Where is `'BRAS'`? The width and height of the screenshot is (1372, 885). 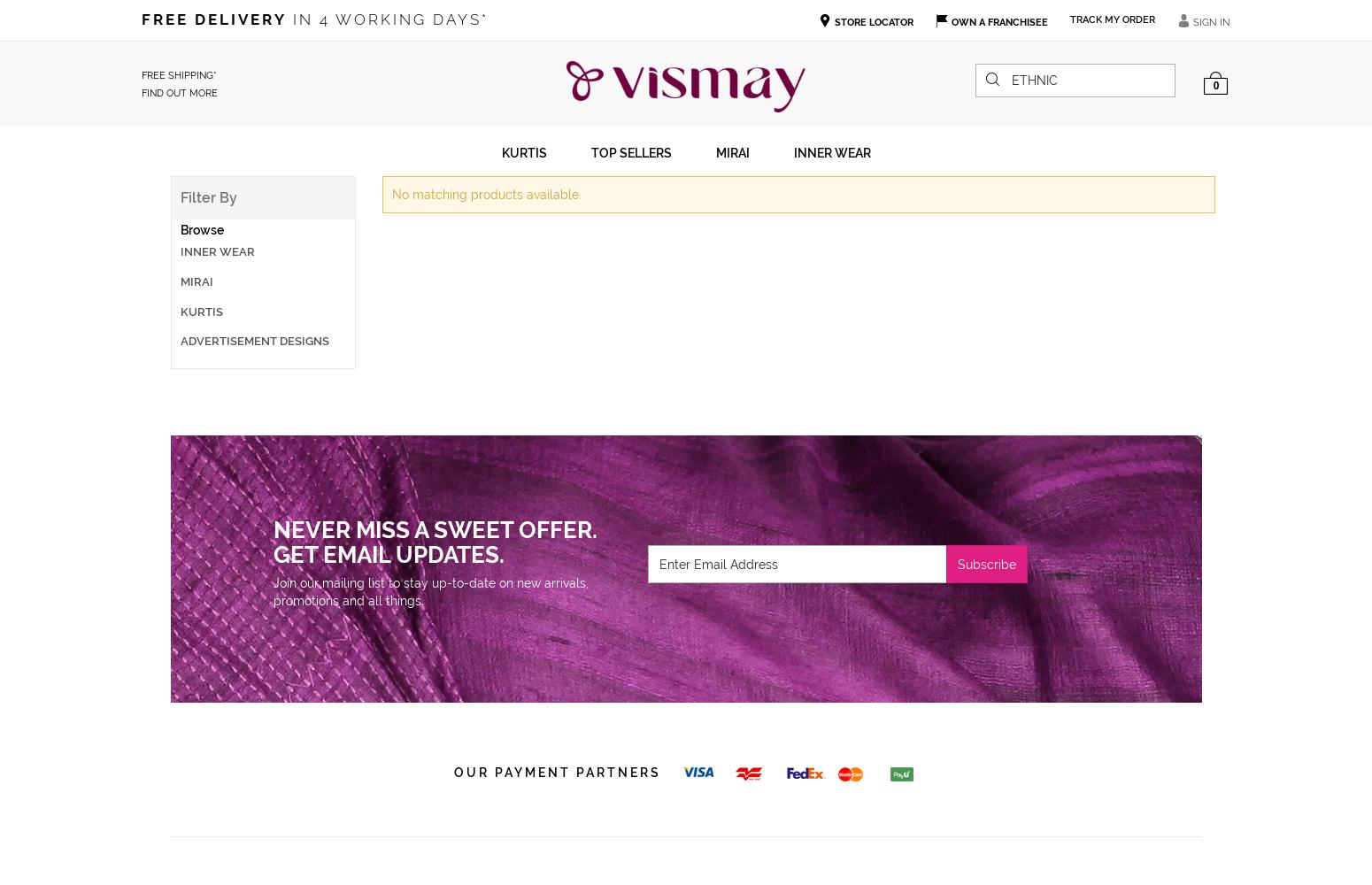
'BRAS' is located at coordinates (167, 225).